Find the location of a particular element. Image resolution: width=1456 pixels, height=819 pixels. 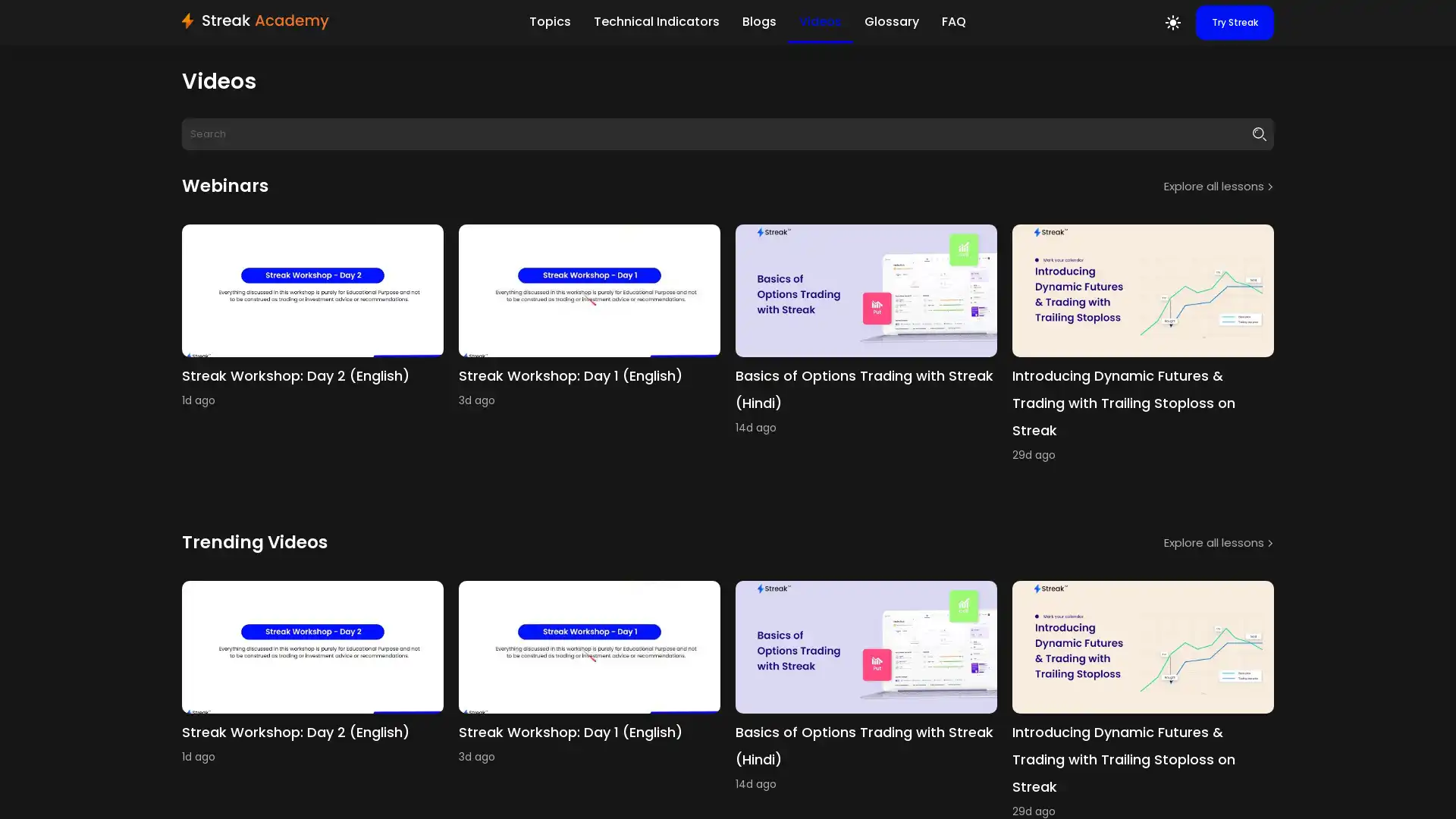

FAQ is located at coordinates (952, 20).